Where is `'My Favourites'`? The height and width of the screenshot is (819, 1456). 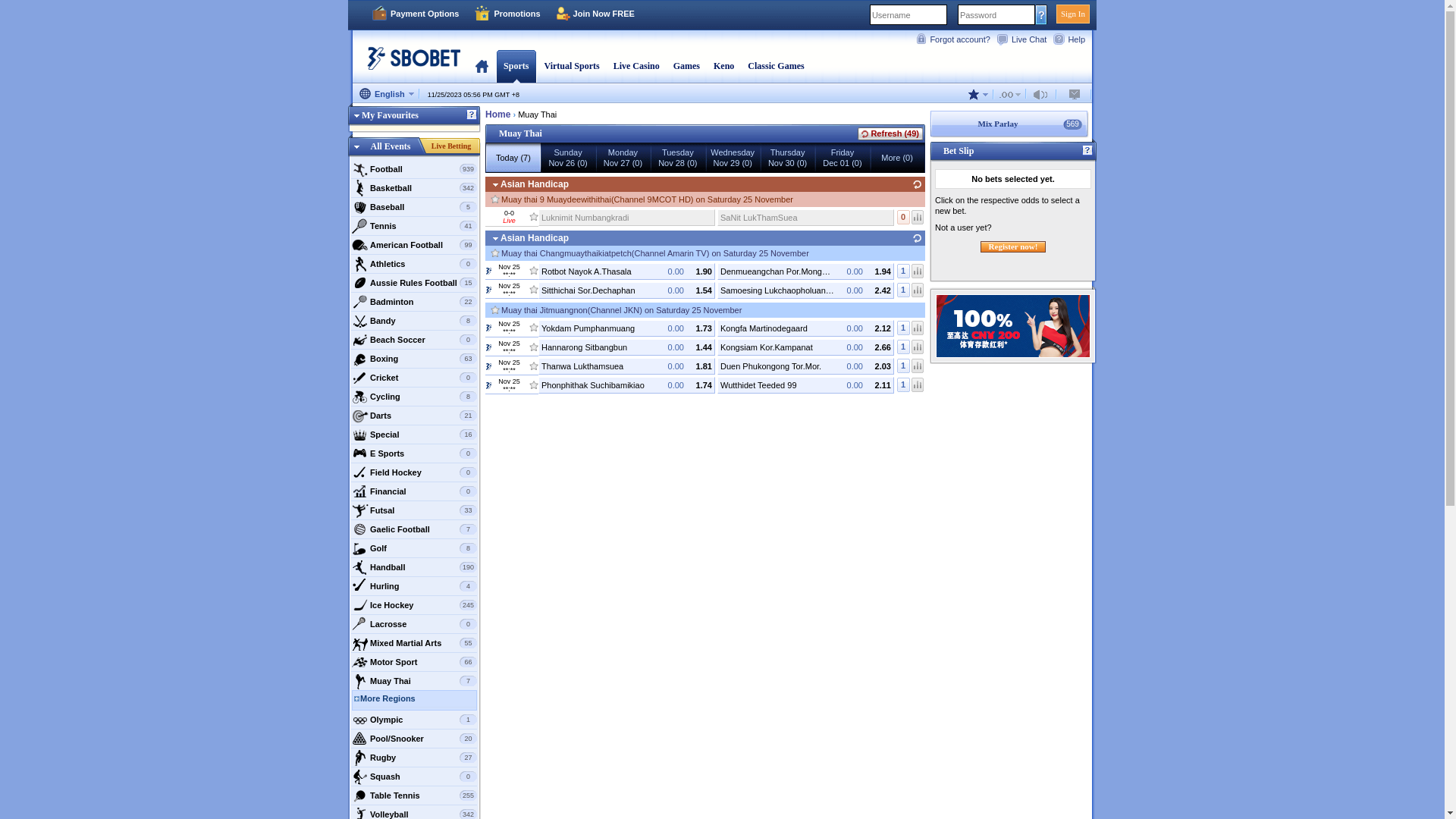
'My Favourites' is located at coordinates (414, 117).